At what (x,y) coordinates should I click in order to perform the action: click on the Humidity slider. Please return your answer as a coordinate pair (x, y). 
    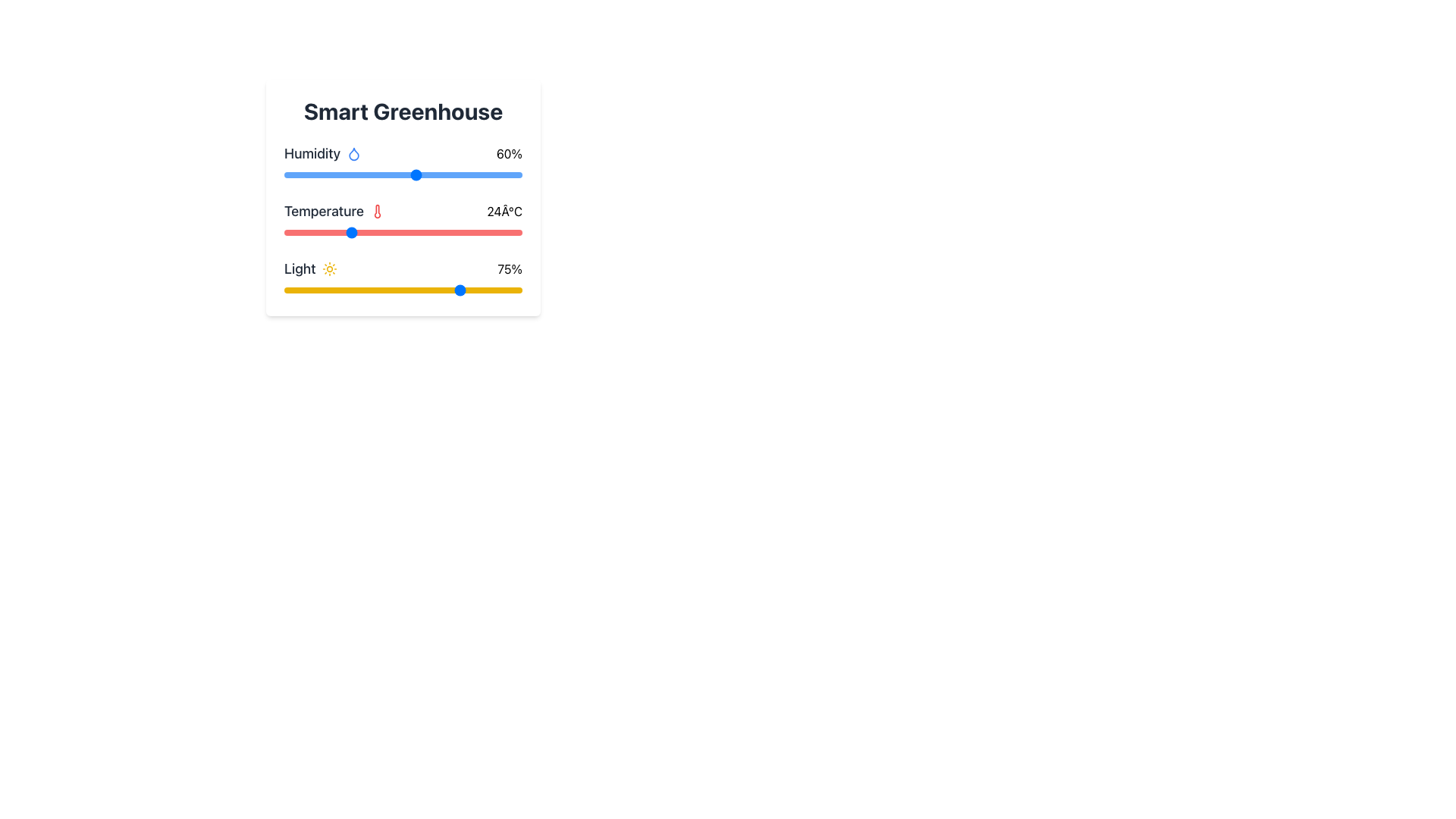
    Looking at the image, I should click on (509, 174).